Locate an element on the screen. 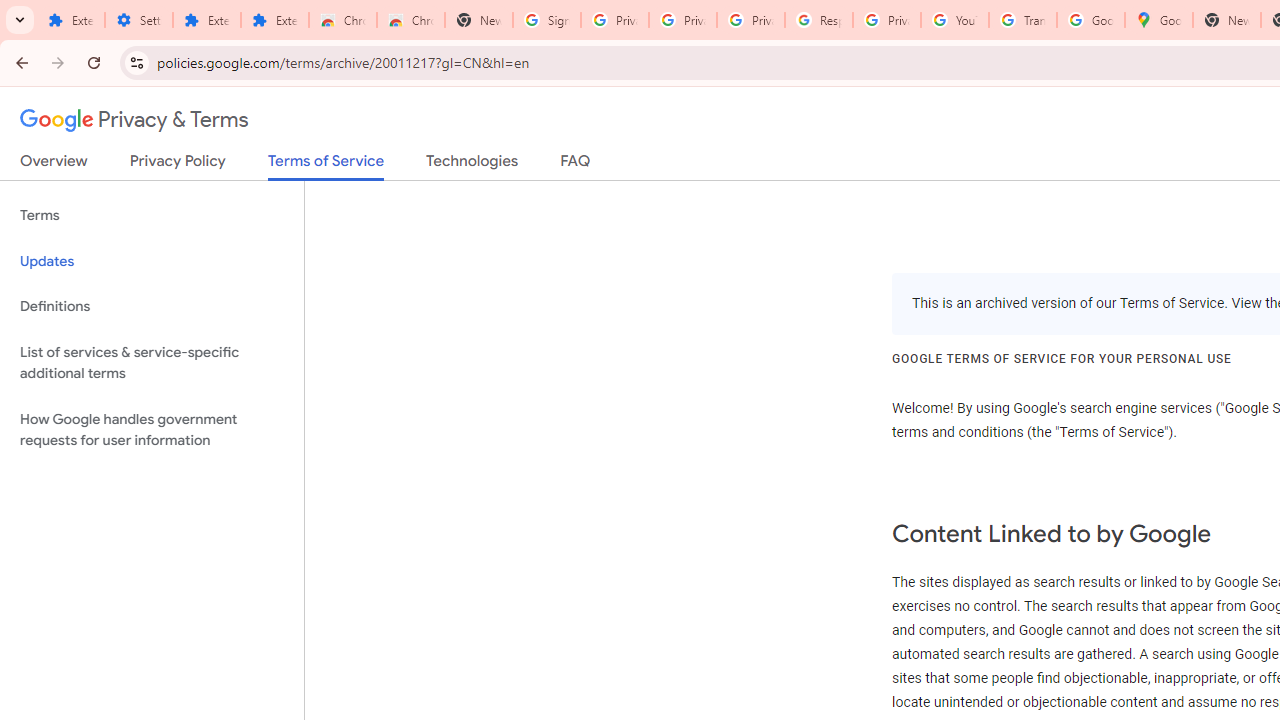 The image size is (1280, 720). 'Chrome Web Store - Themes' is located at coordinates (410, 20).